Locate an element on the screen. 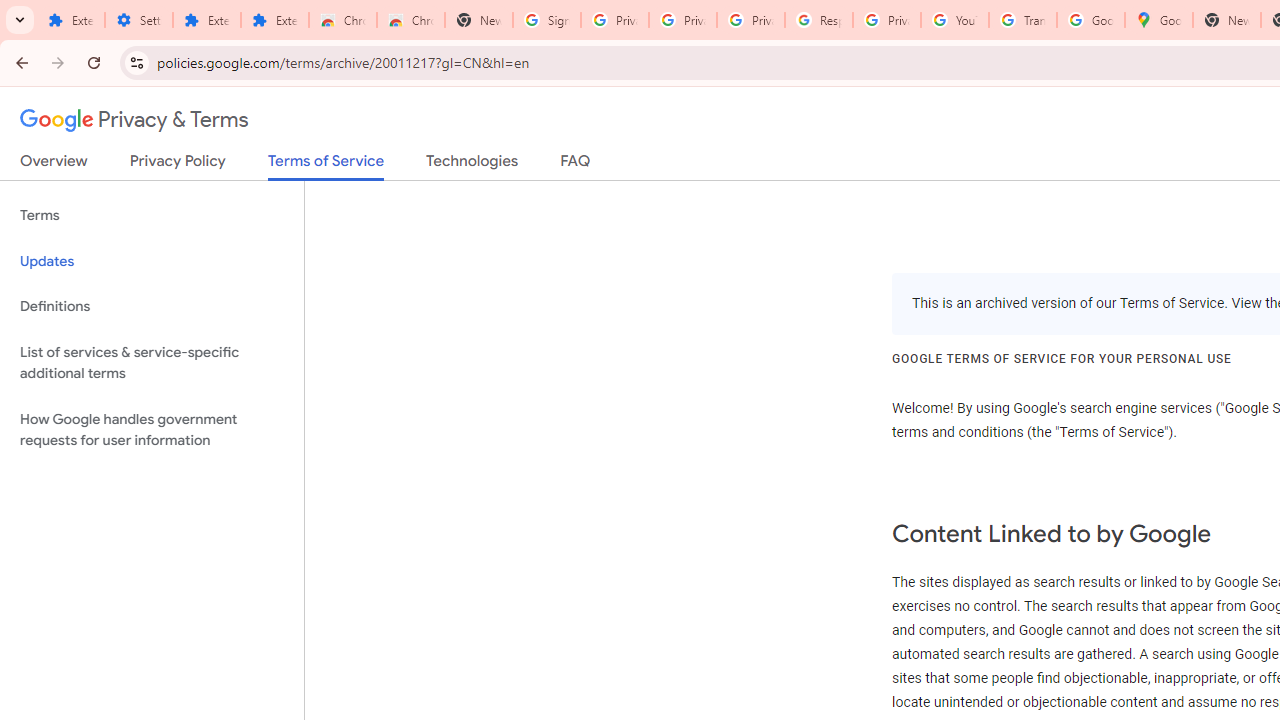 The image size is (1280, 720). 'Chrome Web Store - Themes' is located at coordinates (410, 20).